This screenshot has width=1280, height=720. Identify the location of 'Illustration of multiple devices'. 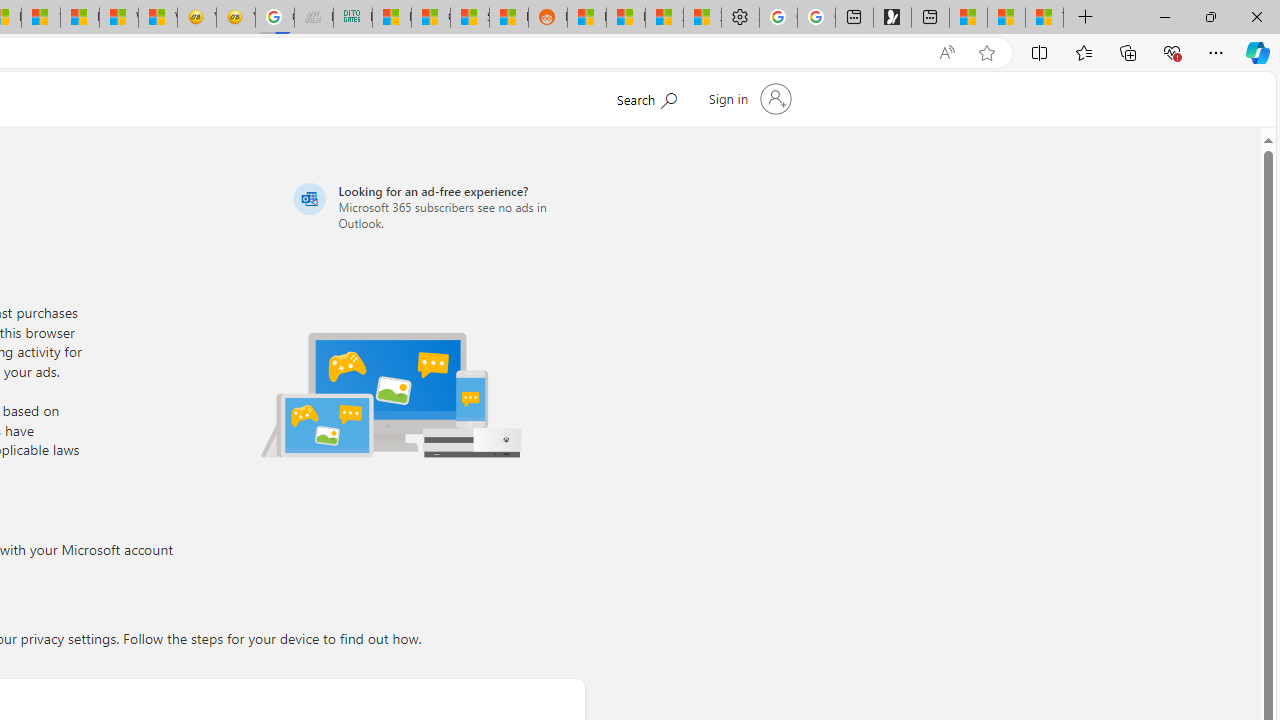
(391, 394).